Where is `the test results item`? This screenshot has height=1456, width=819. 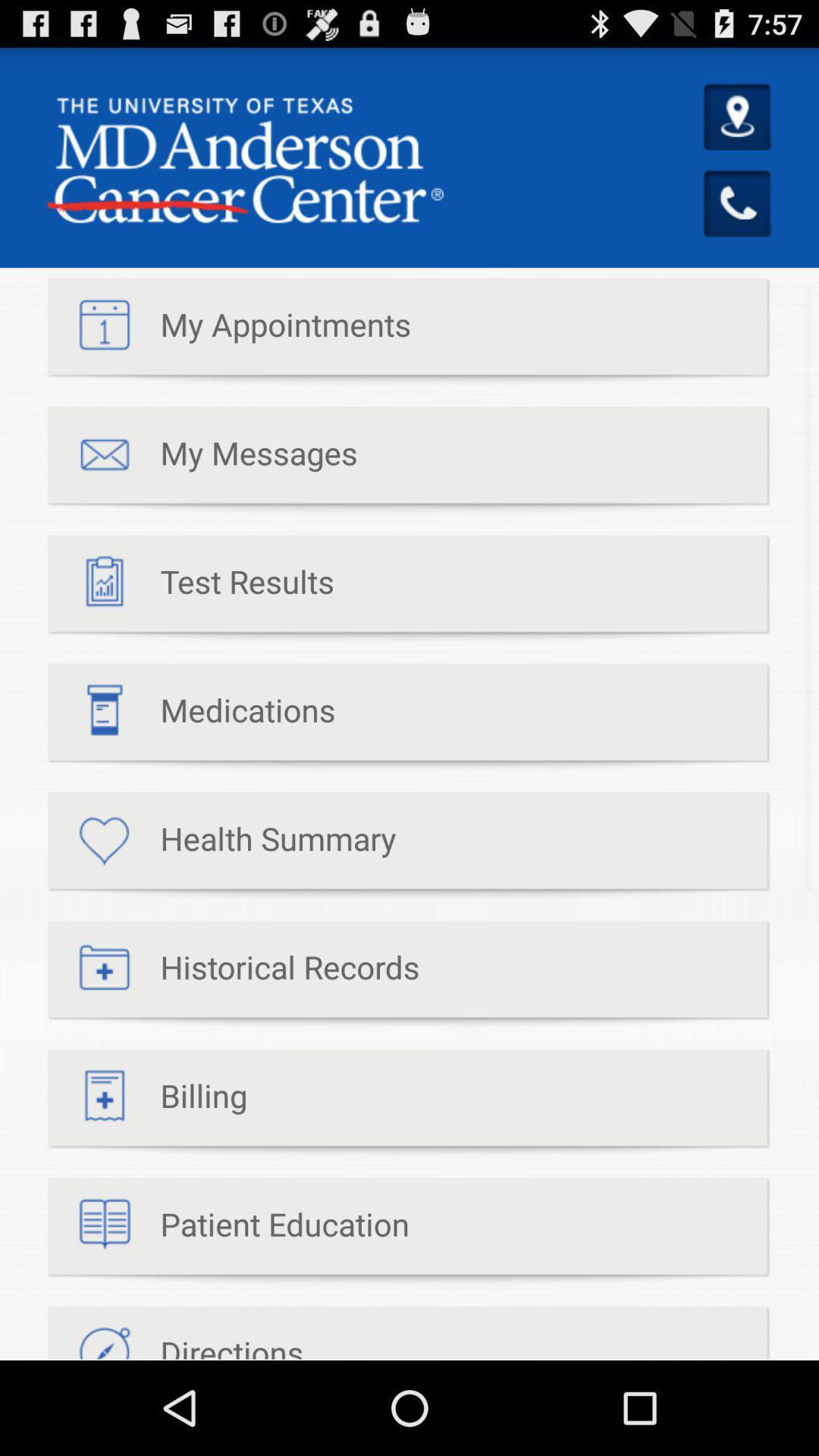 the test results item is located at coordinates (190, 588).